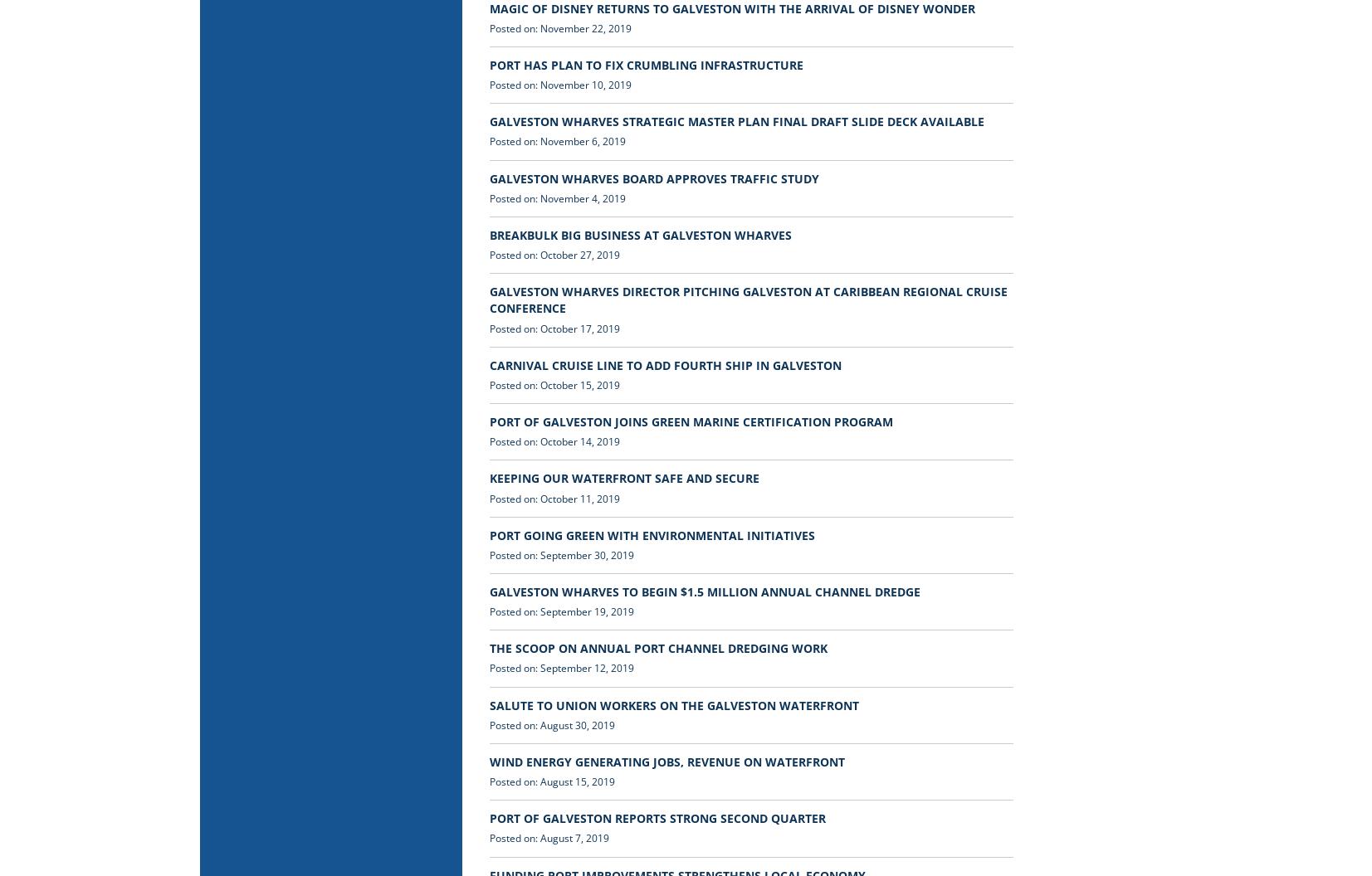  I want to click on 'WIND ENERGY GENERATING JOBS, REVENUE ON WATERFRONT', so click(666, 760).